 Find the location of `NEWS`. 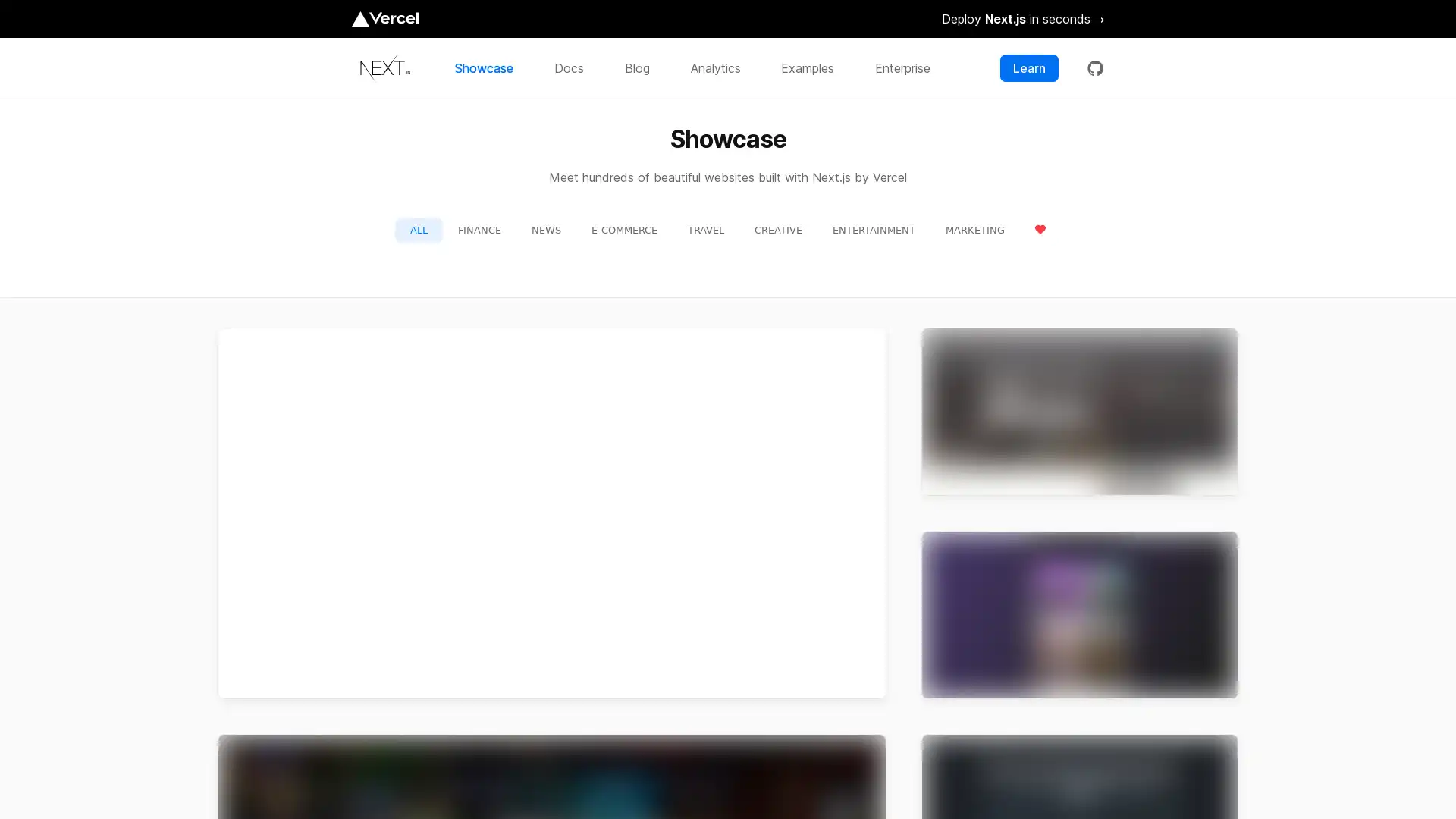

NEWS is located at coordinates (546, 230).